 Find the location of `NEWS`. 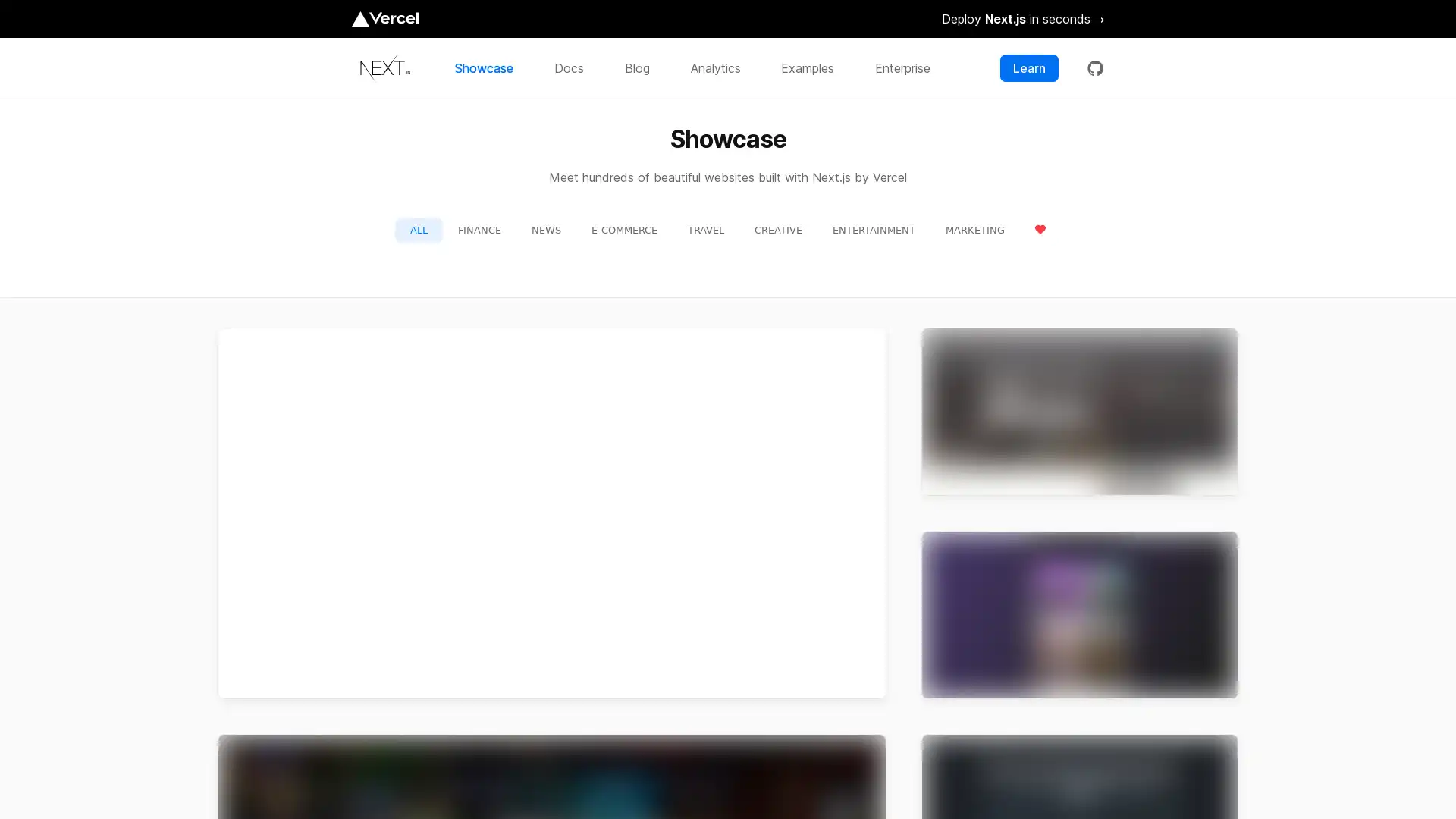

NEWS is located at coordinates (546, 230).